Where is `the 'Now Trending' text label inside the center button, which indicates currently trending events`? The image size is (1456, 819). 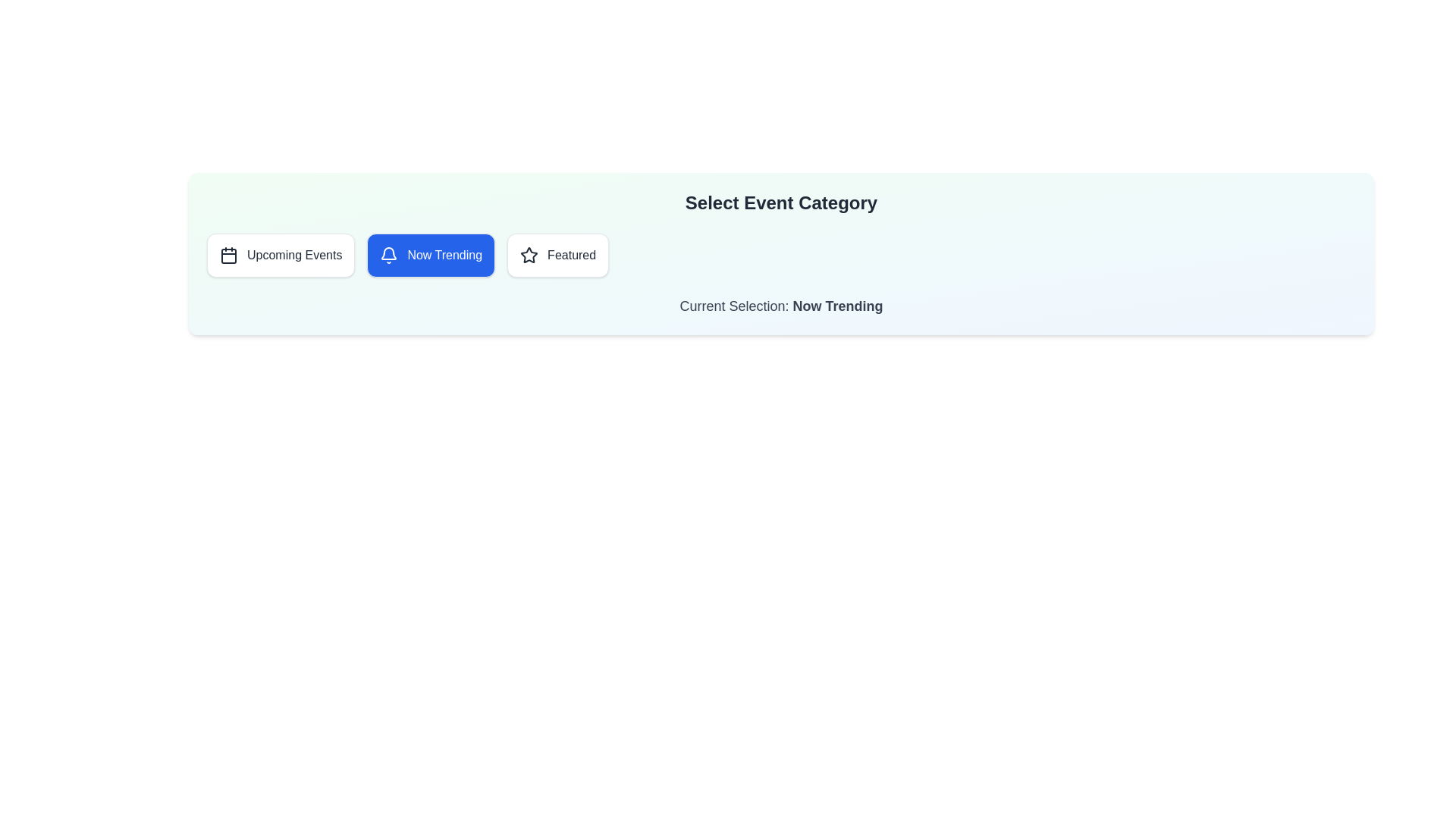 the 'Now Trending' text label inside the center button, which indicates currently trending events is located at coordinates (444, 254).